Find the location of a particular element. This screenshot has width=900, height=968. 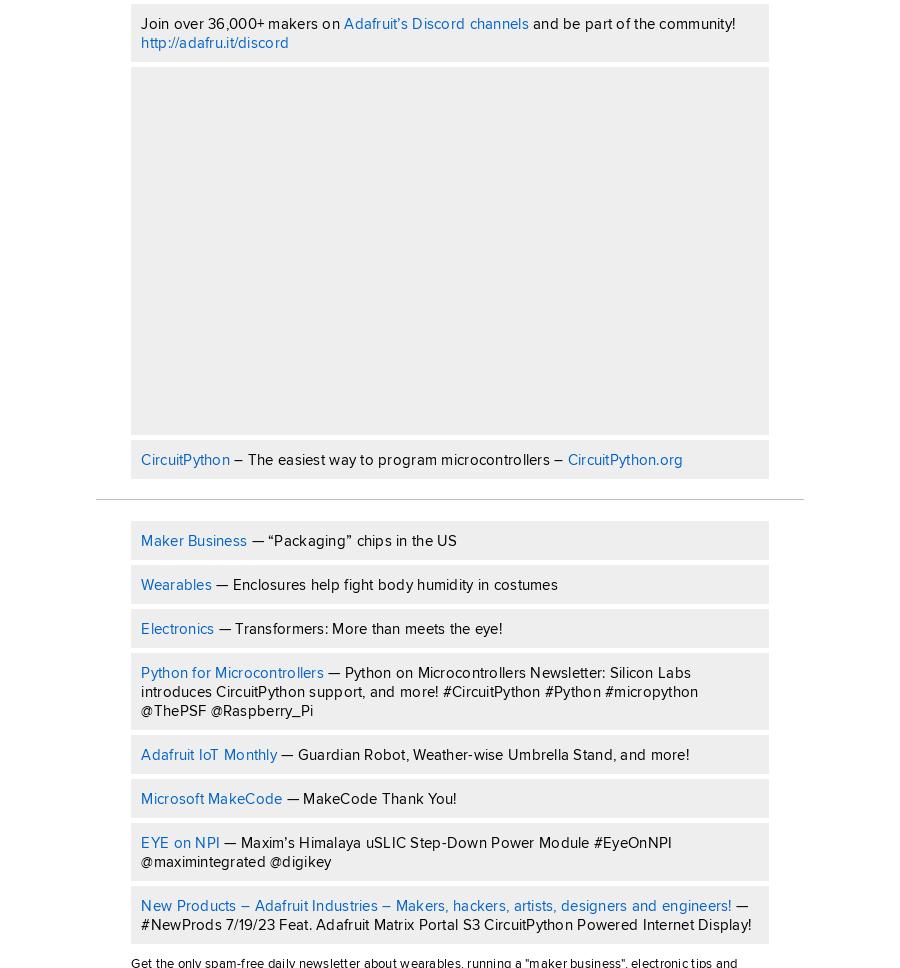

'— MakeCode Thank You!' is located at coordinates (280, 796).